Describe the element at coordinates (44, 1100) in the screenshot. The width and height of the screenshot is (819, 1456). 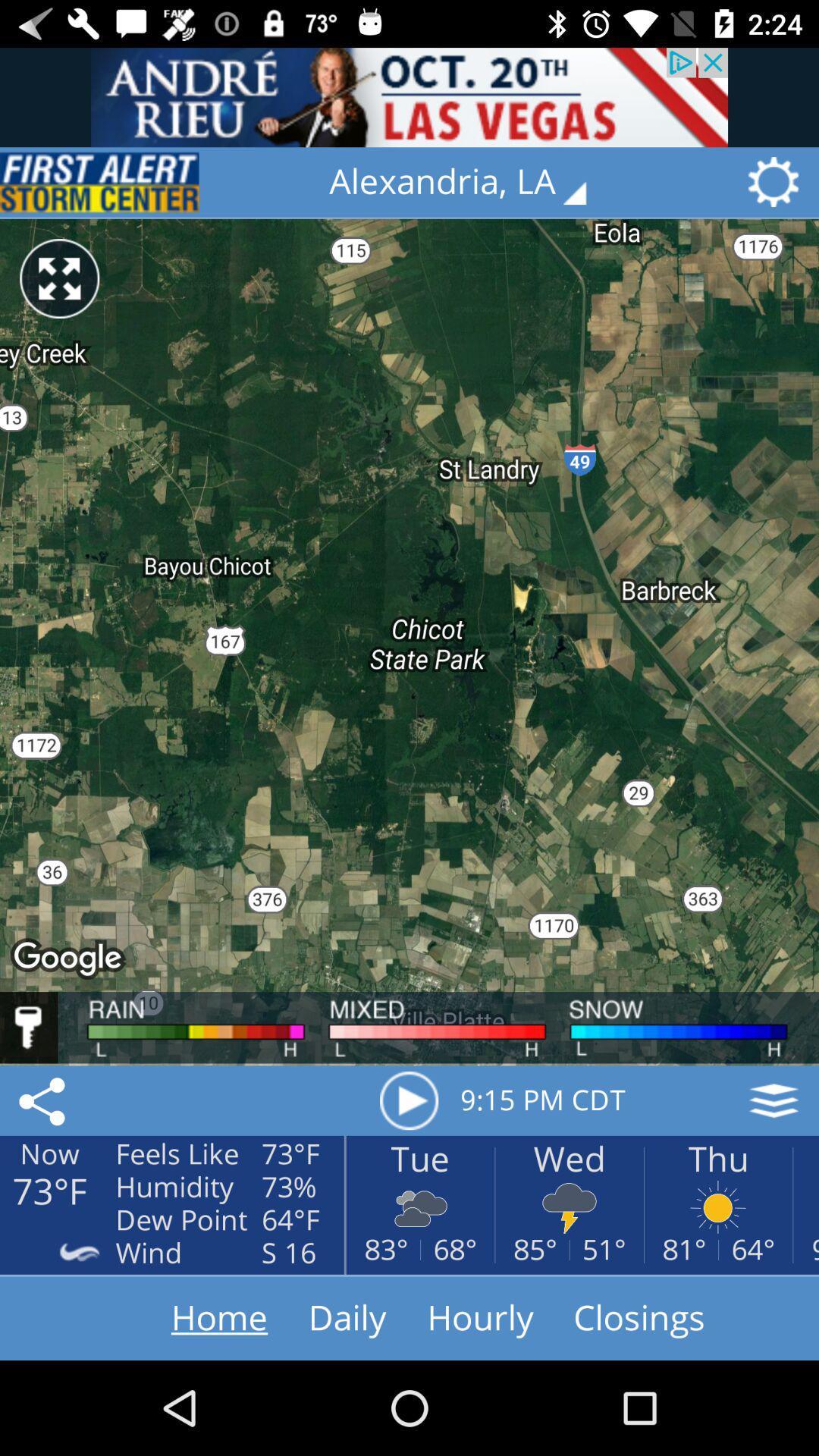
I see `the share icon` at that location.